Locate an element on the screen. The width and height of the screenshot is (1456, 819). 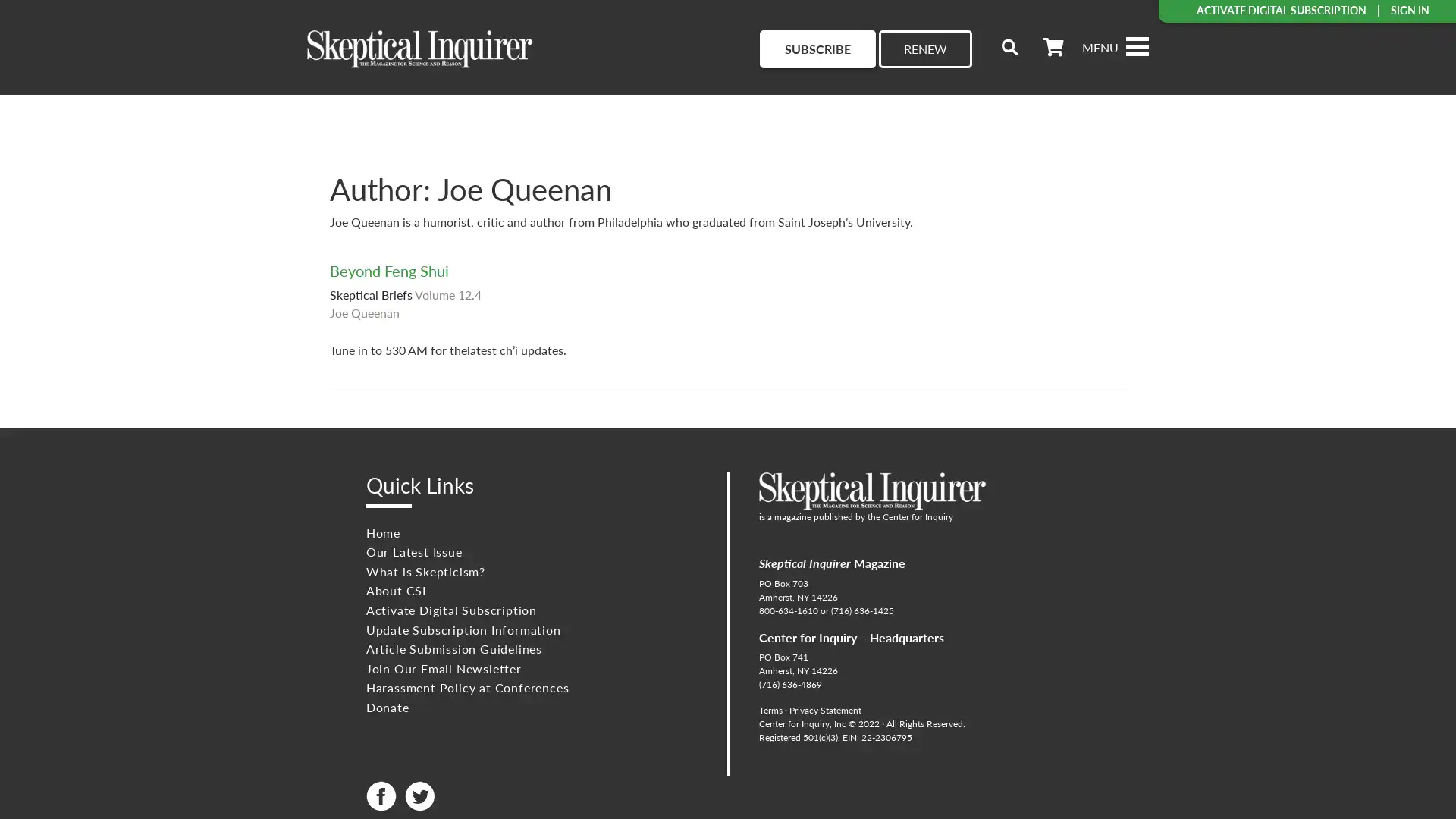
RENEW is located at coordinates (924, 49).